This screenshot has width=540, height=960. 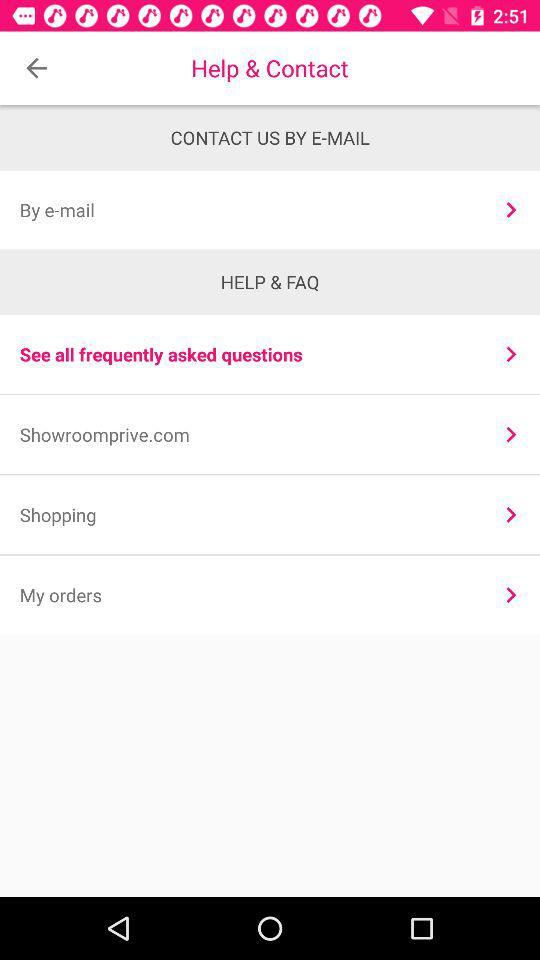 What do you see at coordinates (511, 434) in the screenshot?
I see `icon next to the showroomprive.com item` at bounding box center [511, 434].